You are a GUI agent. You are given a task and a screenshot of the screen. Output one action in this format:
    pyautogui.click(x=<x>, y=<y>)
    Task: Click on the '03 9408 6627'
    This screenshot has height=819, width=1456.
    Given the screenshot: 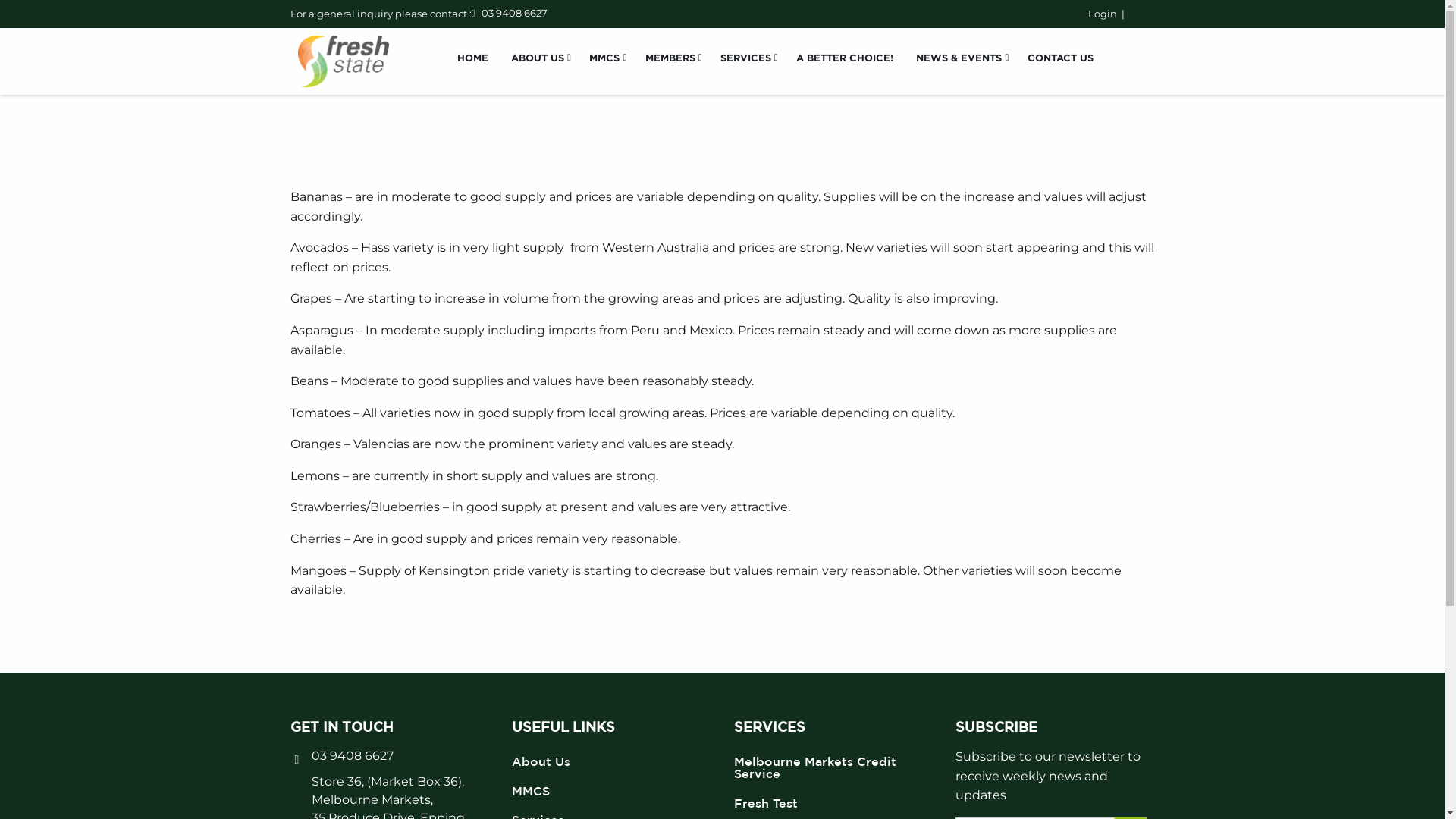 What is the action you would take?
    pyautogui.click(x=351, y=755)
    